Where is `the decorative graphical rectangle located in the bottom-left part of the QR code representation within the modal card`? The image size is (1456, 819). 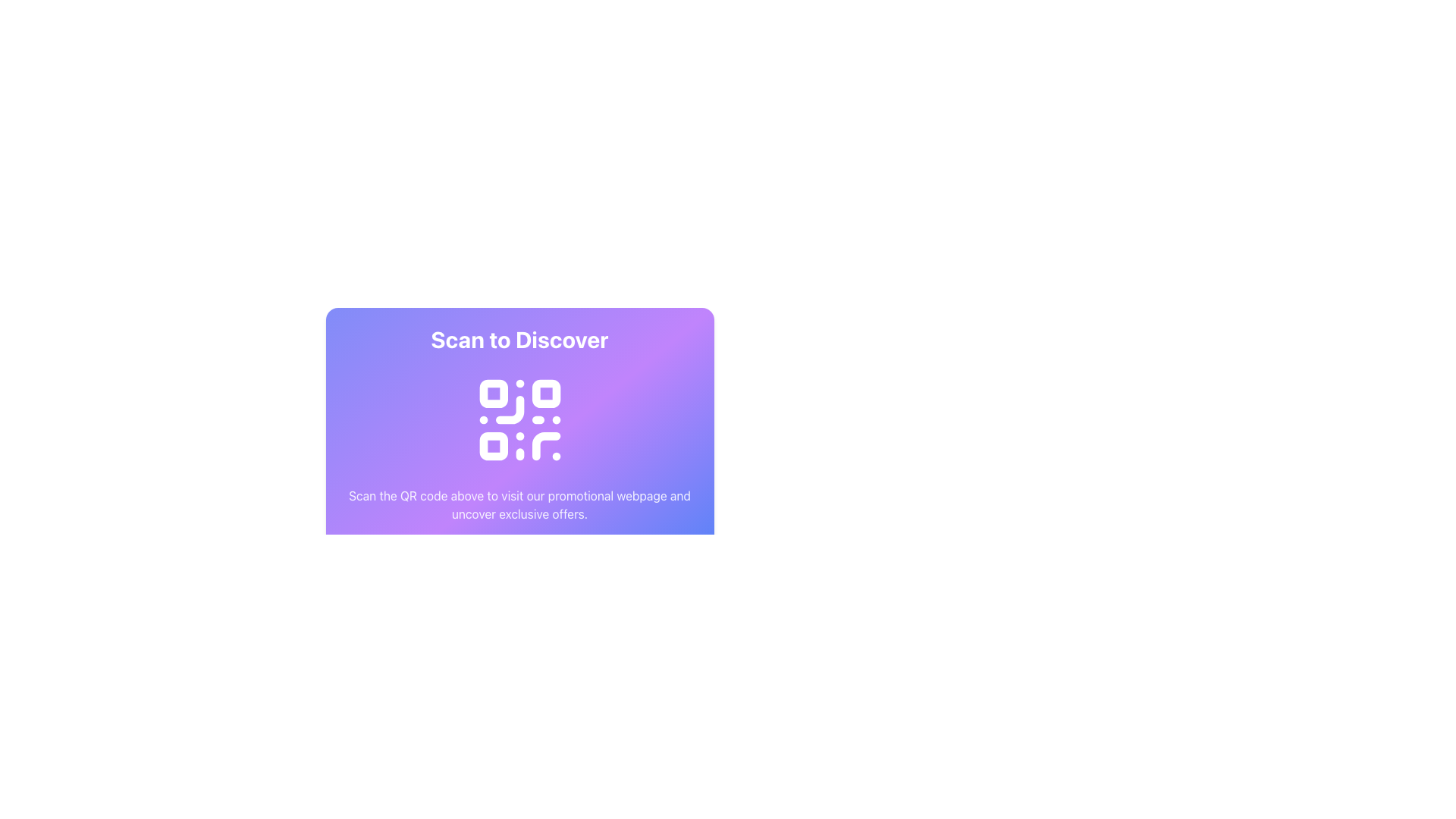 the decorative graphical rectangle located in the bottom-left part of the QR code representation within the modal card is located at coordinates (493, 445).